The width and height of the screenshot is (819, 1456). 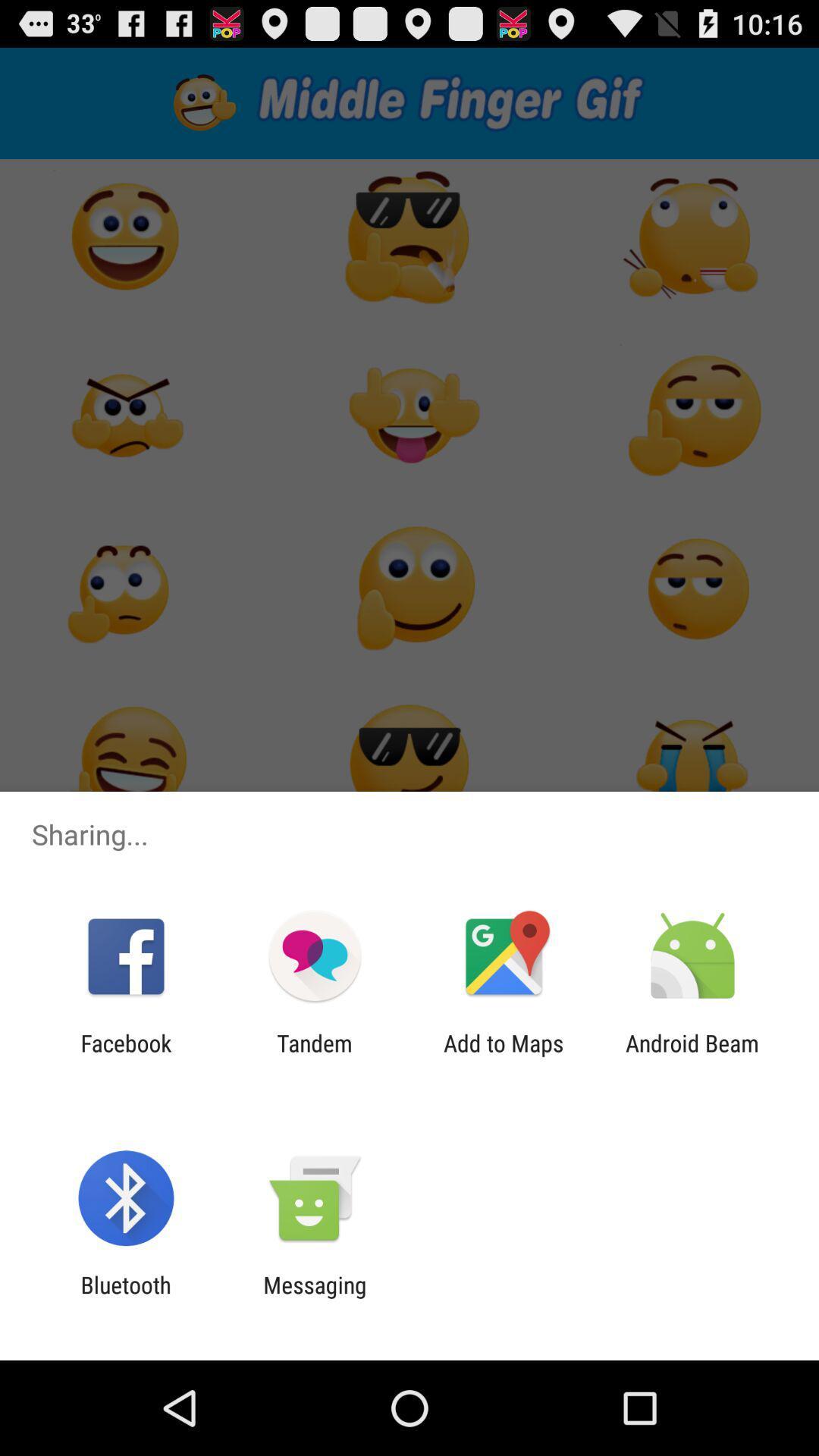 I want to click on the messaging item, so click(x=314, y=1298).